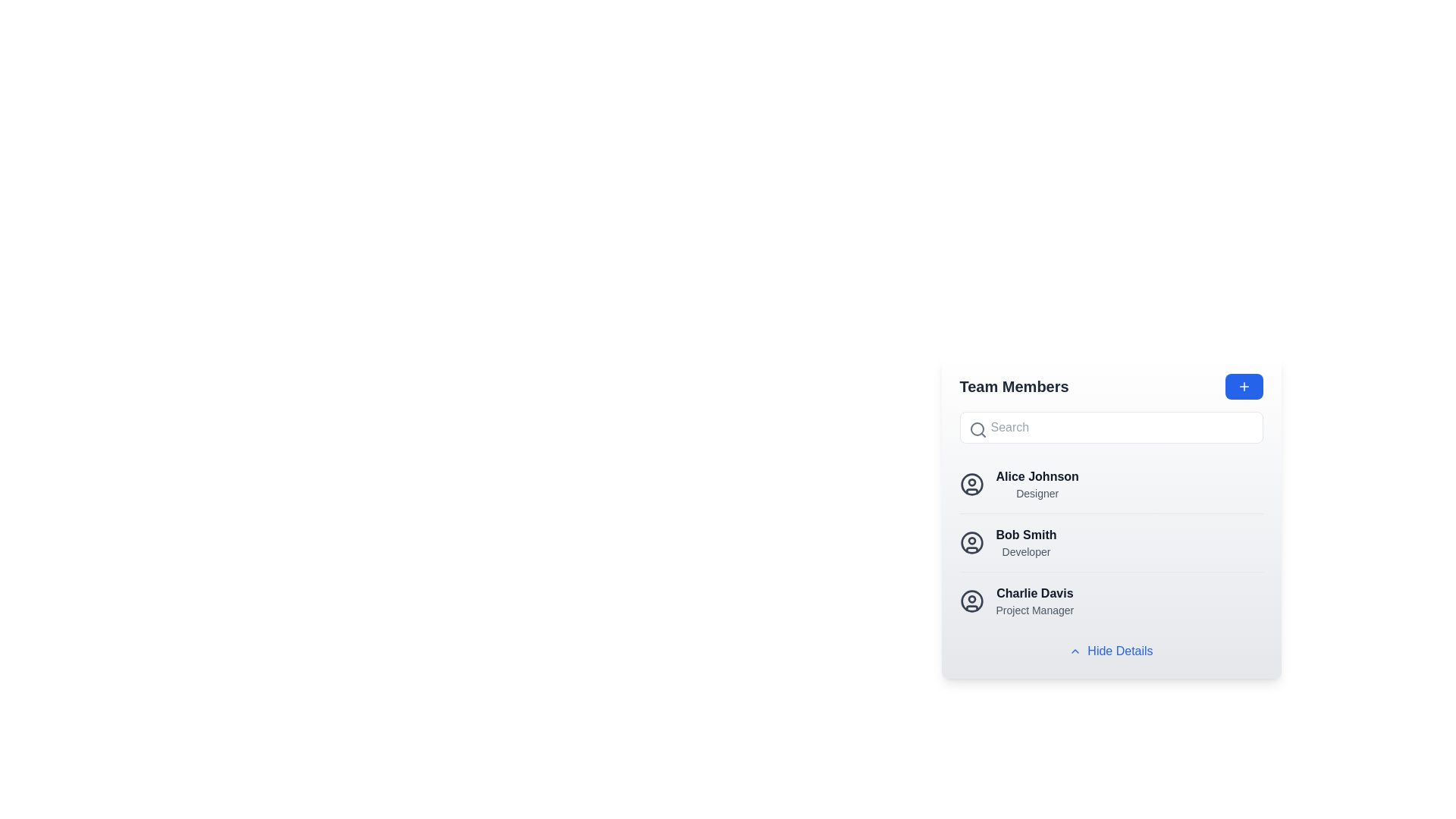 Image resolution: width=1456 pixels, height=819 pixels. I want to click on the user profile icon (circular avatar) for 'Bob Smith' in the 'Team Members' list, so click(971, 542).